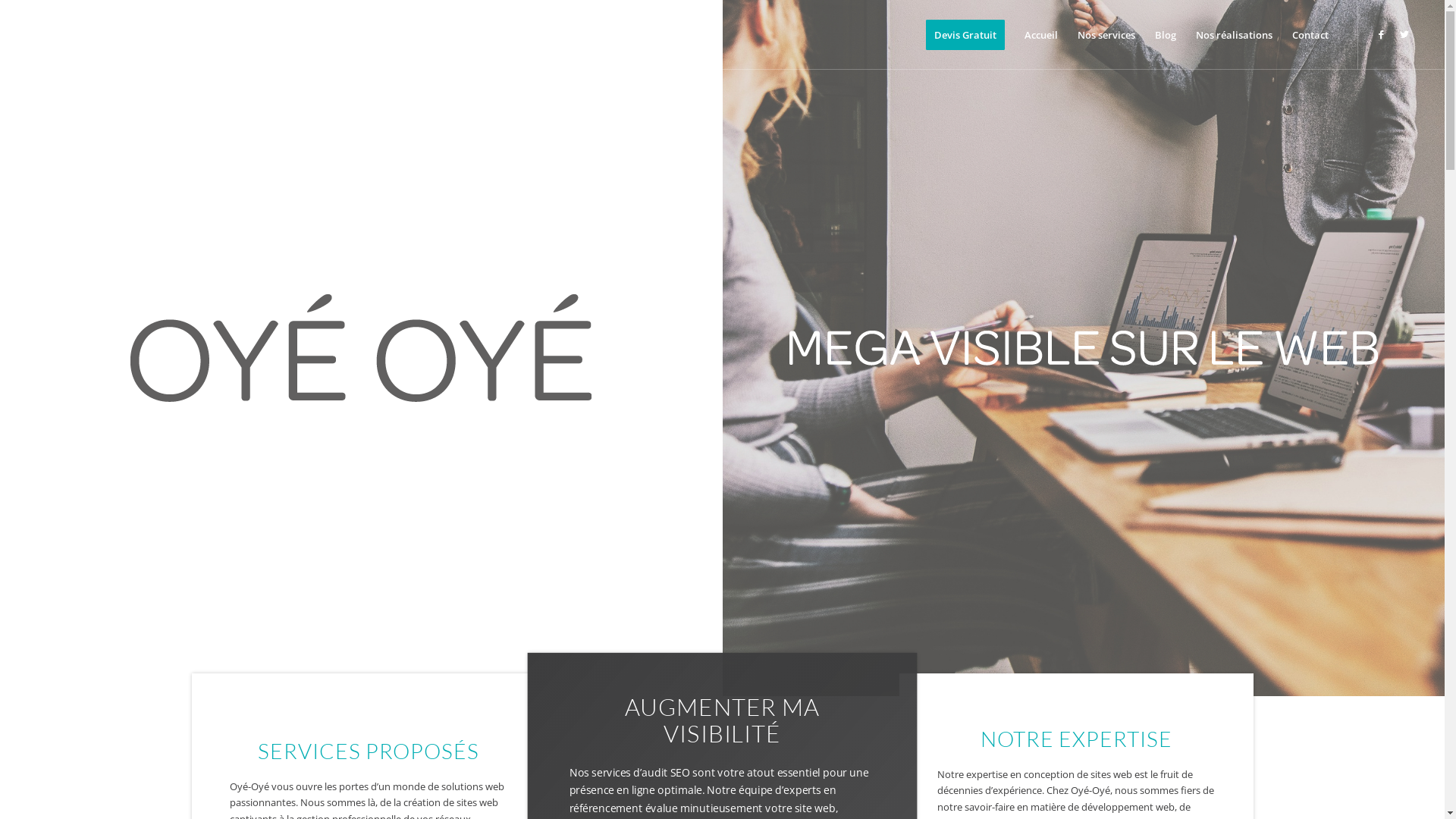 The width and height of the screenshot is (1456, 819). What do you see at coordinates (130, 348) in the screenshot?
I see `'OYE-OYE'` at bounding box center [130, 348].